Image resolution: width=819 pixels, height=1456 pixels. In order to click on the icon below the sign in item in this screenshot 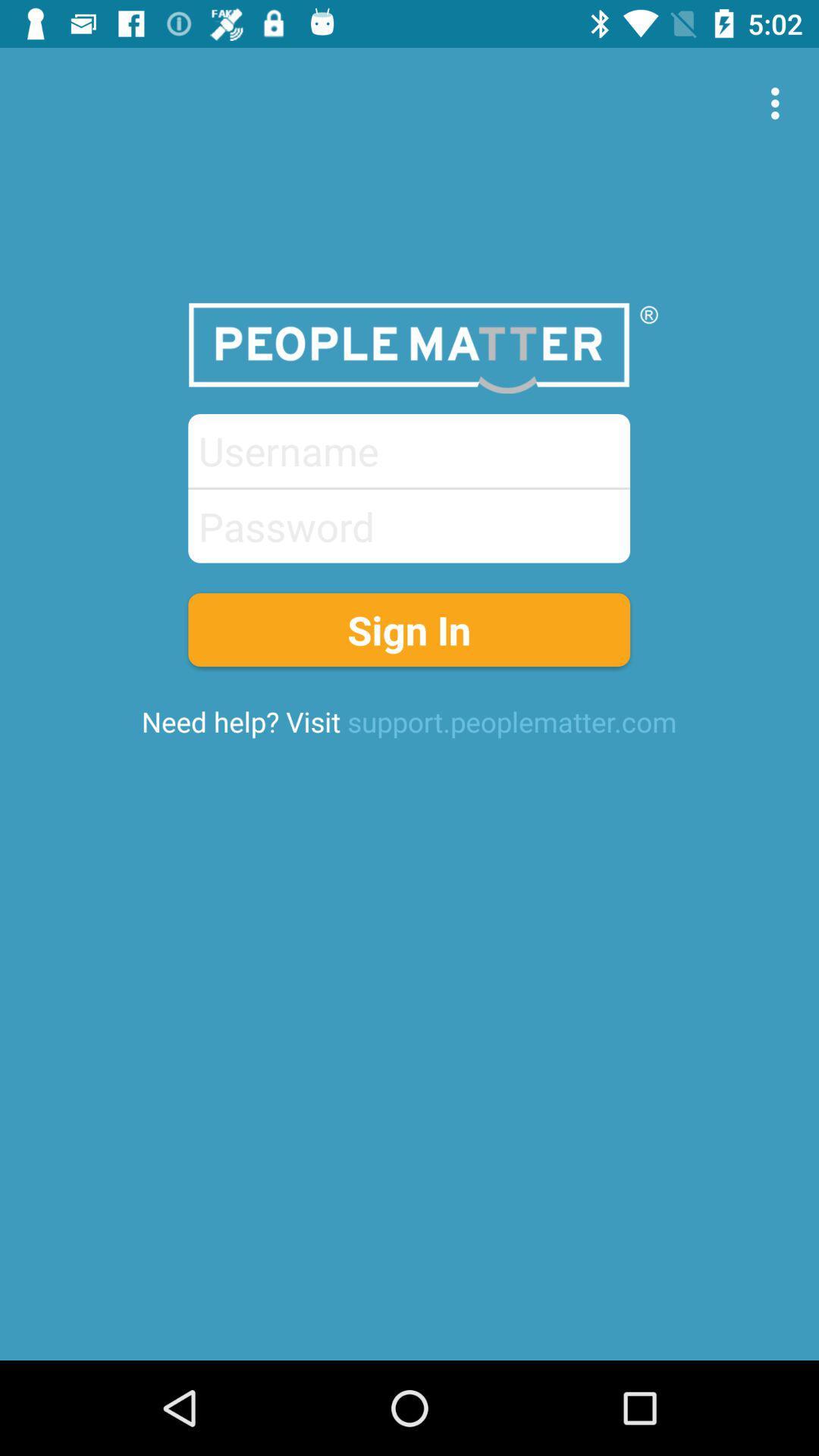, I will do `click(408, 720)`.